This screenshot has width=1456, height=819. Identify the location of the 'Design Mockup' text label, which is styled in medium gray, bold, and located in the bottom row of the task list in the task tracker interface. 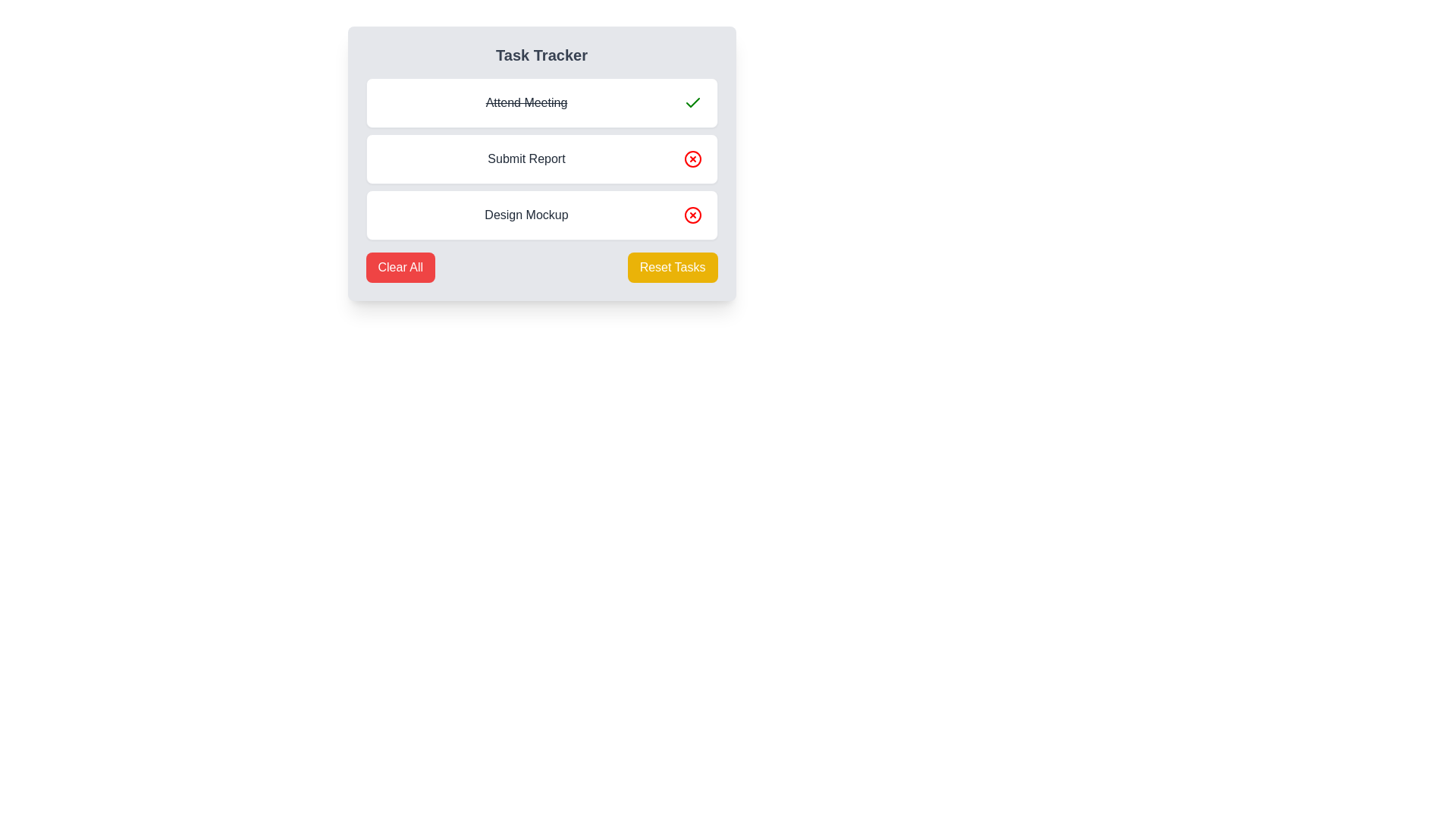
(526, 215).